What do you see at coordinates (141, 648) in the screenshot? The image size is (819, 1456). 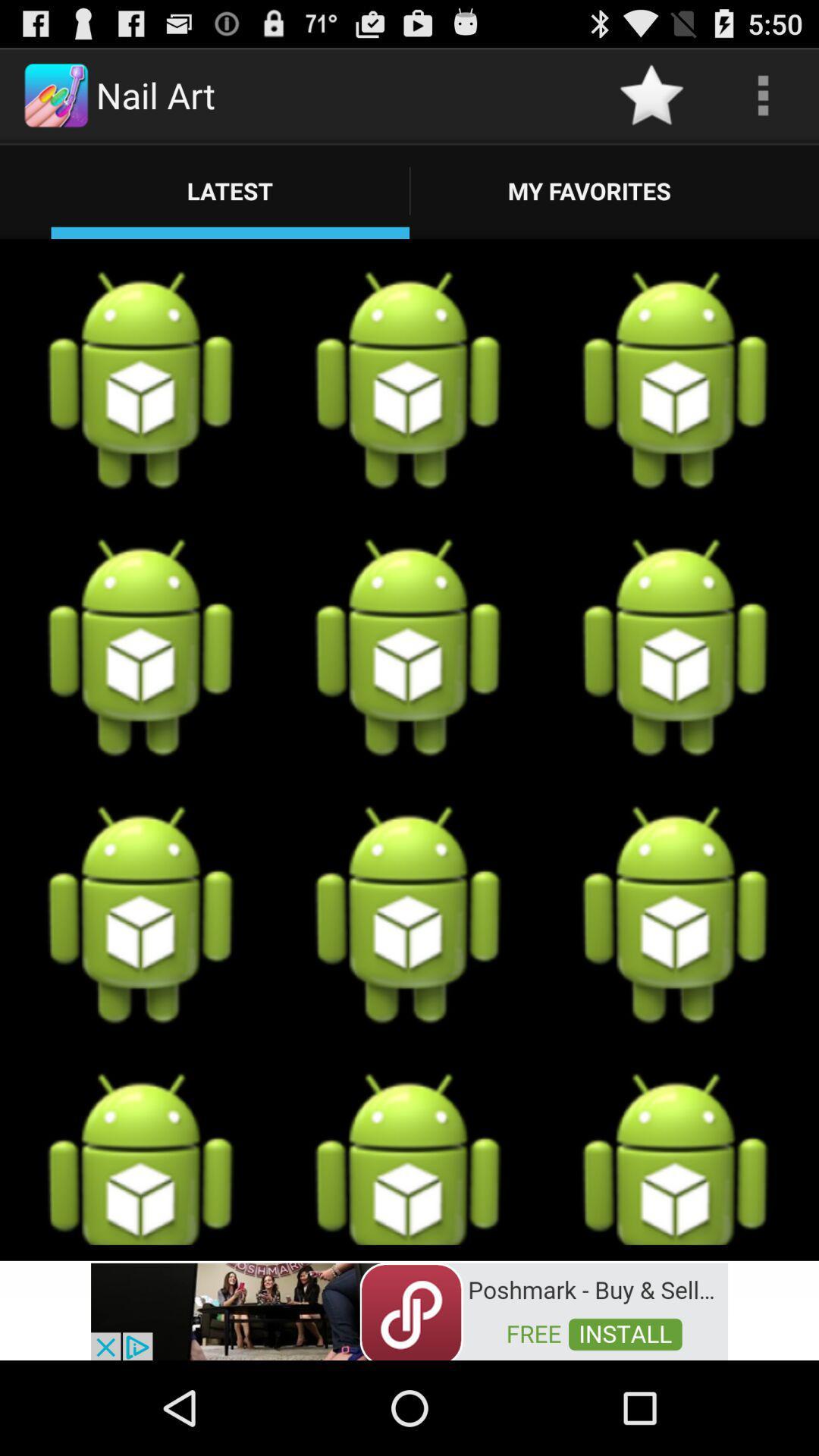 I see `the fourth android icon` at bounding box center [141, 648].